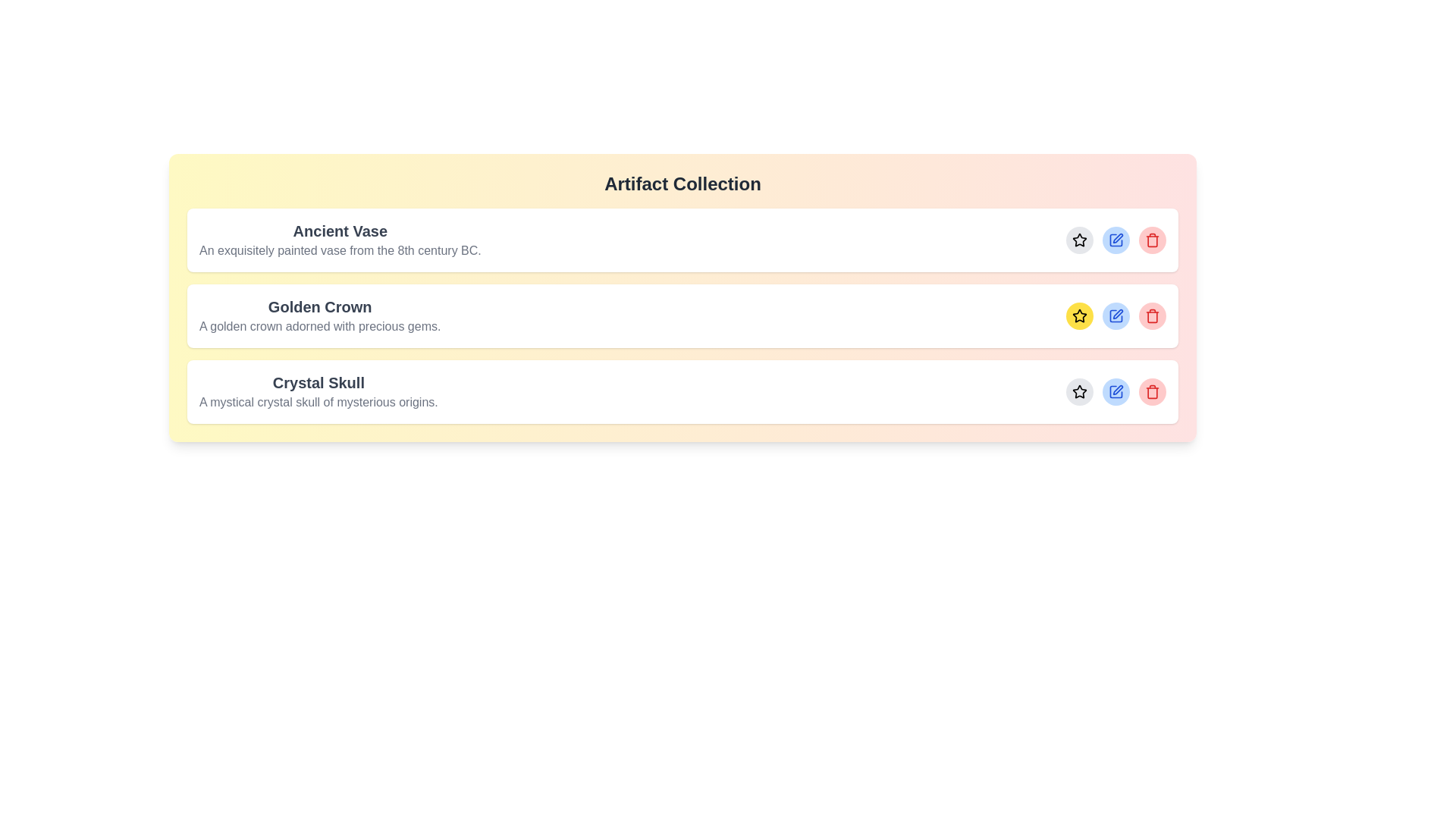 The image size is (1456, 819). I want to click on trash button to remove the artifact named Crystal Skull, so click(1153, 391).